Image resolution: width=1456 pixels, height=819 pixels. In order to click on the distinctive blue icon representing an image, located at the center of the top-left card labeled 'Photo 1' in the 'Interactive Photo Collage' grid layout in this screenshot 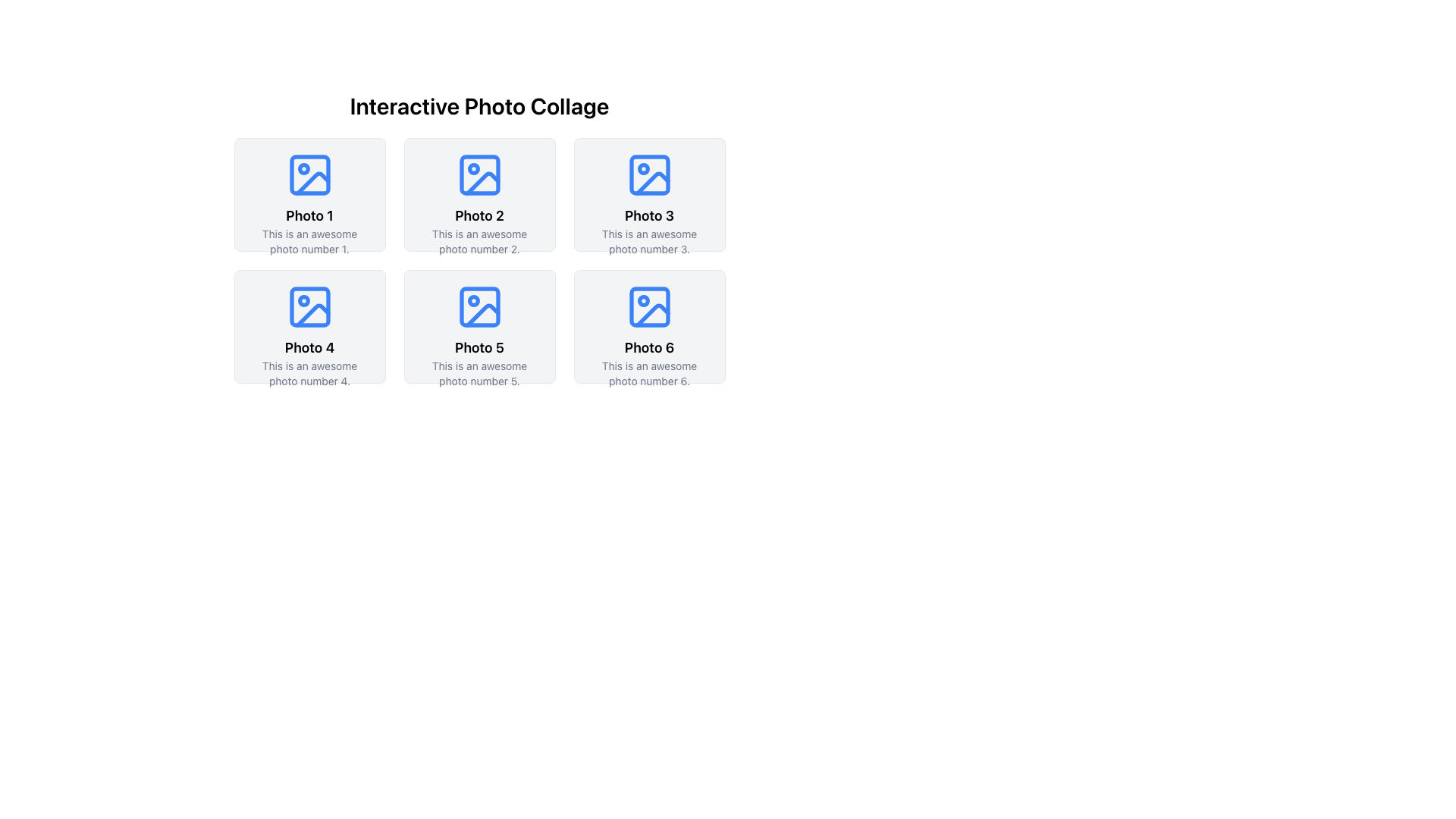, I will do `click(309, 174)`.